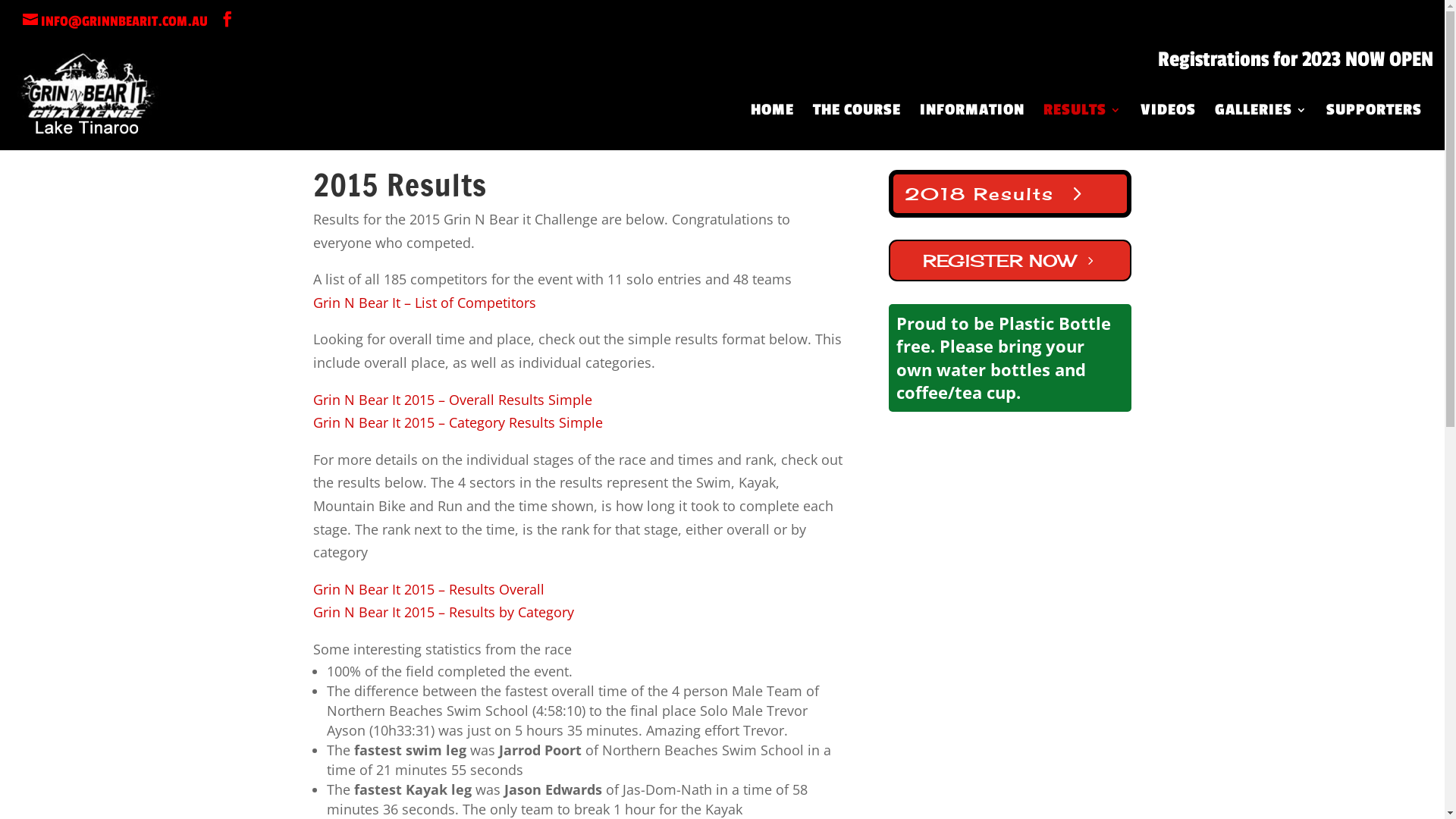 The width and height of the screenshot is (1456, 819). Describe the element at coordinates (1260, 127) in the screenshot. I see `'GALLERIES'` at that location.